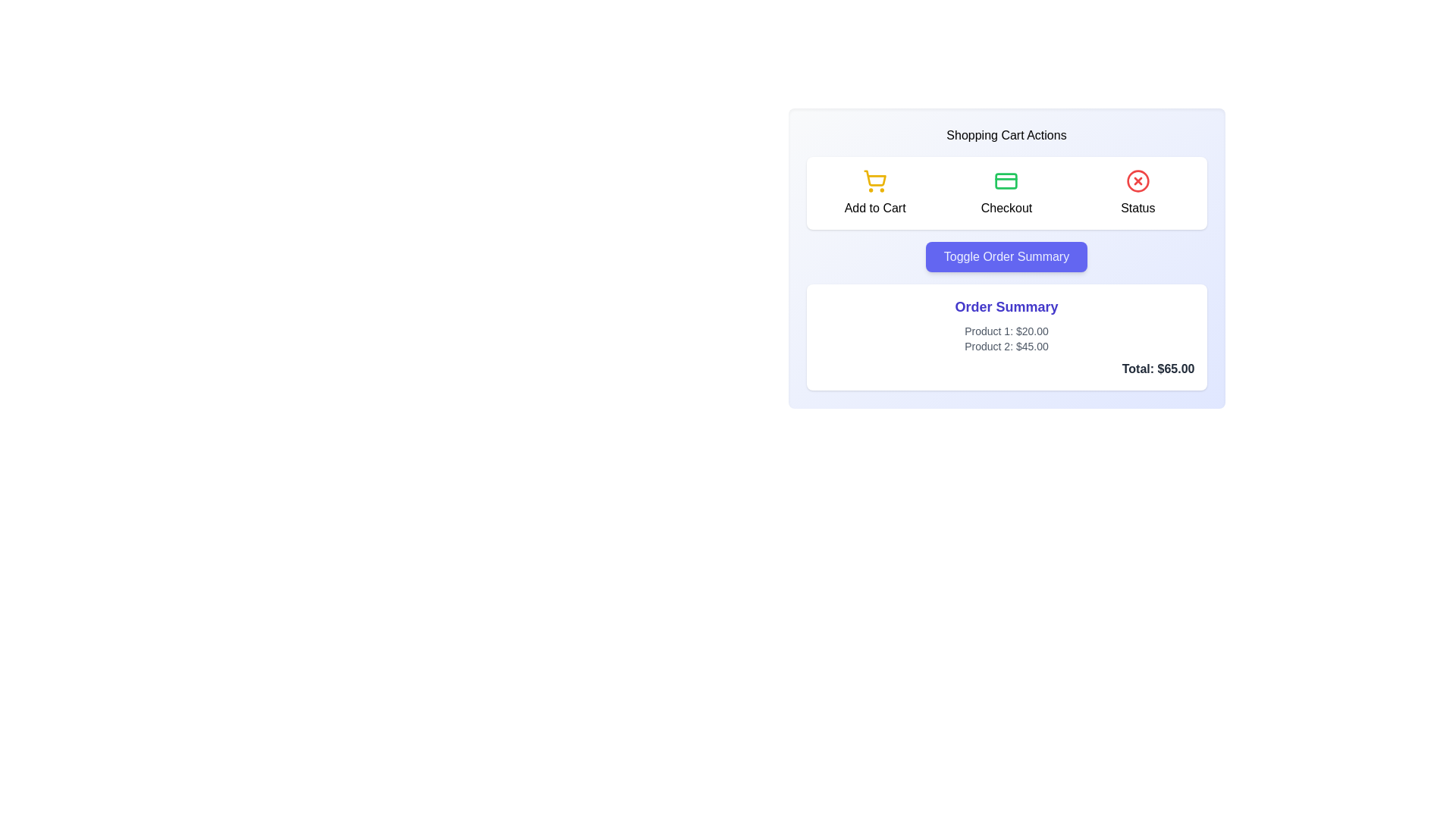 The image size is (1456, 819). Describe the element at coordinates (875, 180) in the screenshot. I see `the yellow shopping cart icon located above the 'Add to Cart' button in the 'Shopping Cart Actions' section` at that location.